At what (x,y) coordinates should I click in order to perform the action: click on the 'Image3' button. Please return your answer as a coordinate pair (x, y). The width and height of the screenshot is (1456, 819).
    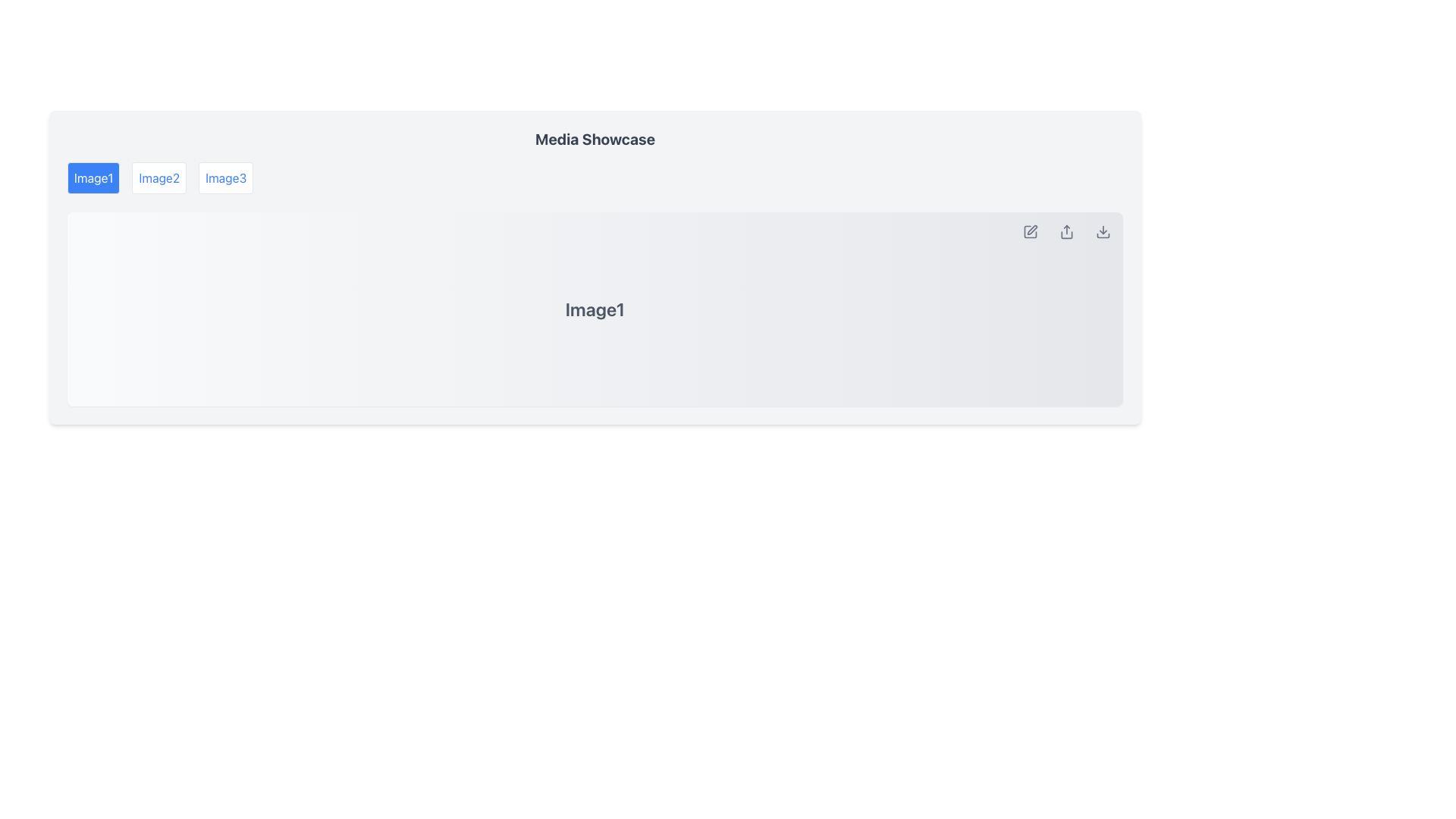
    Looking at the image, I should click on (225, 177).